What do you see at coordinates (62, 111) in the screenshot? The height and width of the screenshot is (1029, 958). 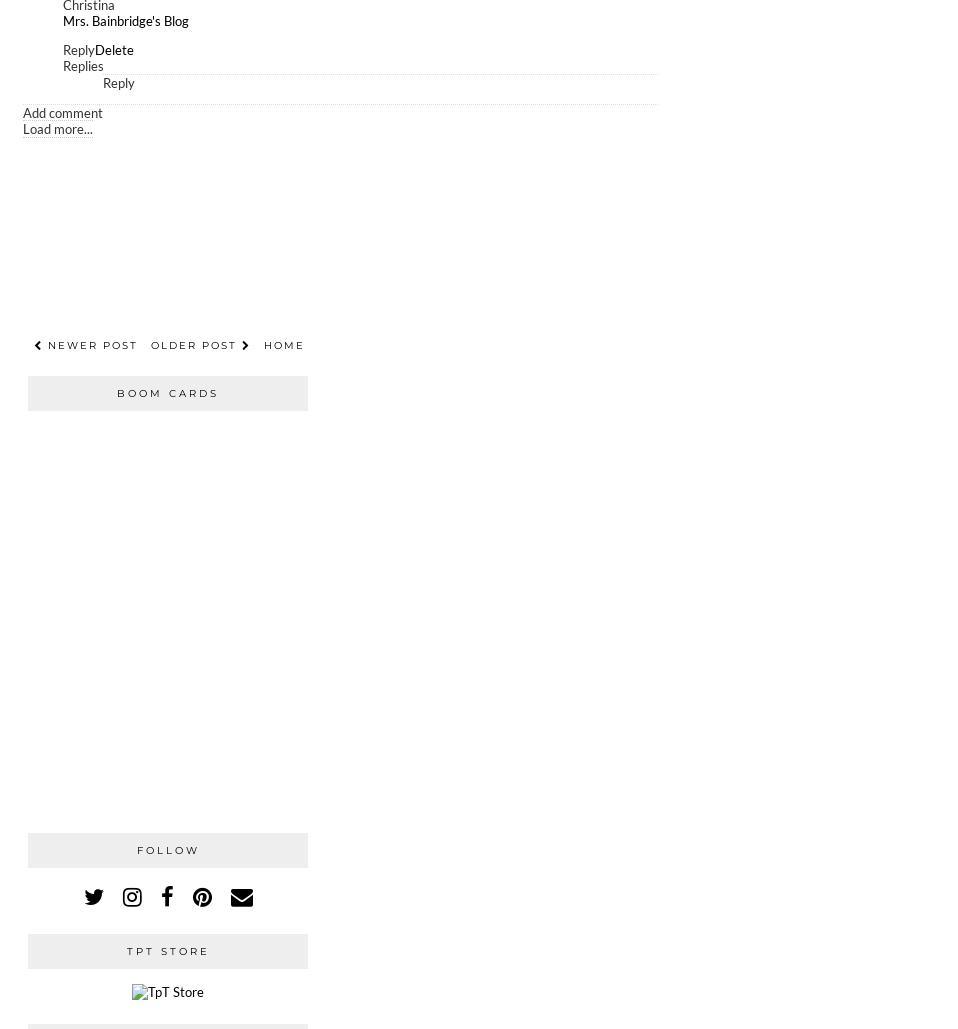 I see `'Add comment'` at bounding box center [62, 111].